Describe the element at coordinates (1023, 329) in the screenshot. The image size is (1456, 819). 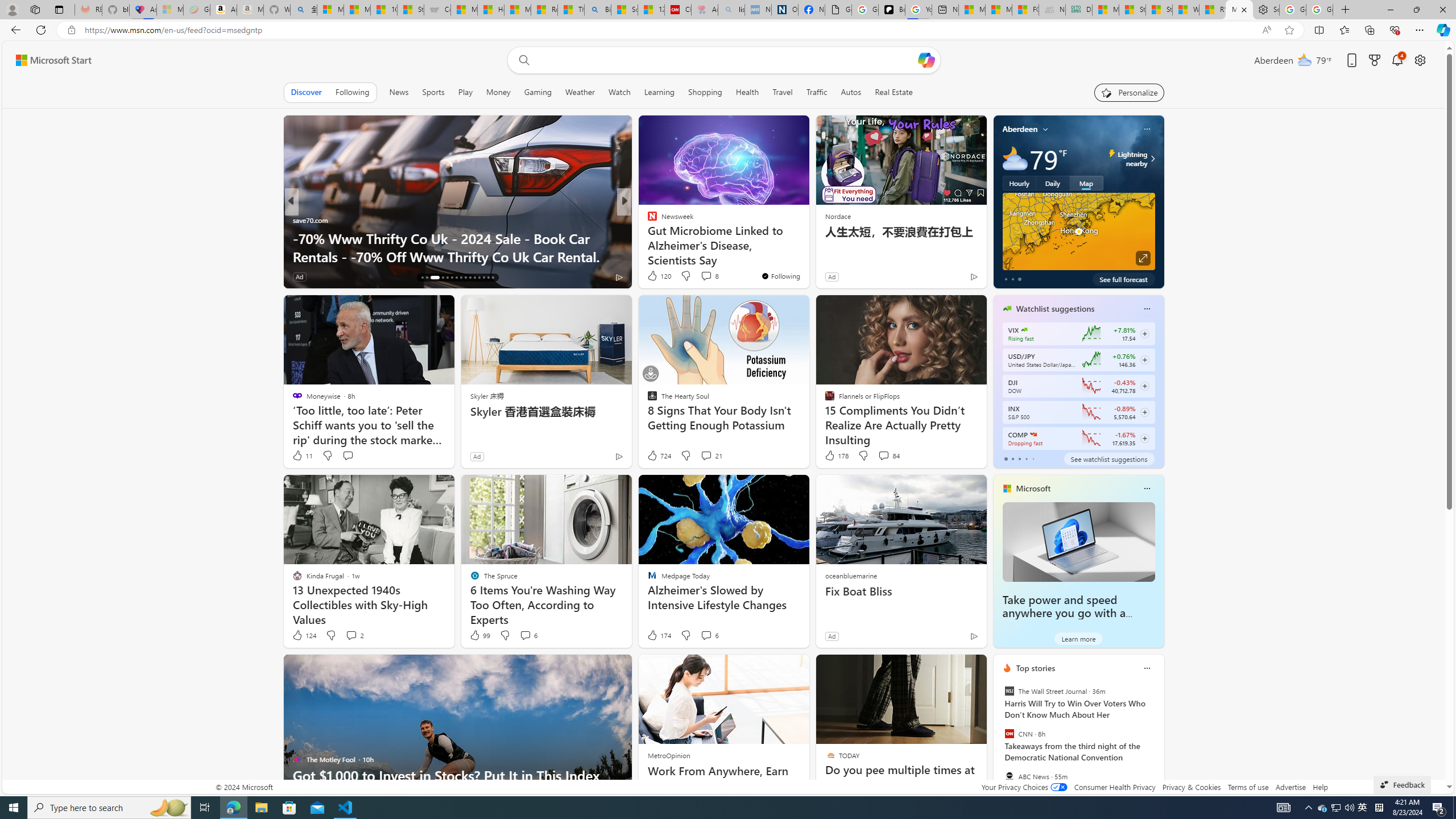
I see `'CBOE Market Volatility Index'` at that location.